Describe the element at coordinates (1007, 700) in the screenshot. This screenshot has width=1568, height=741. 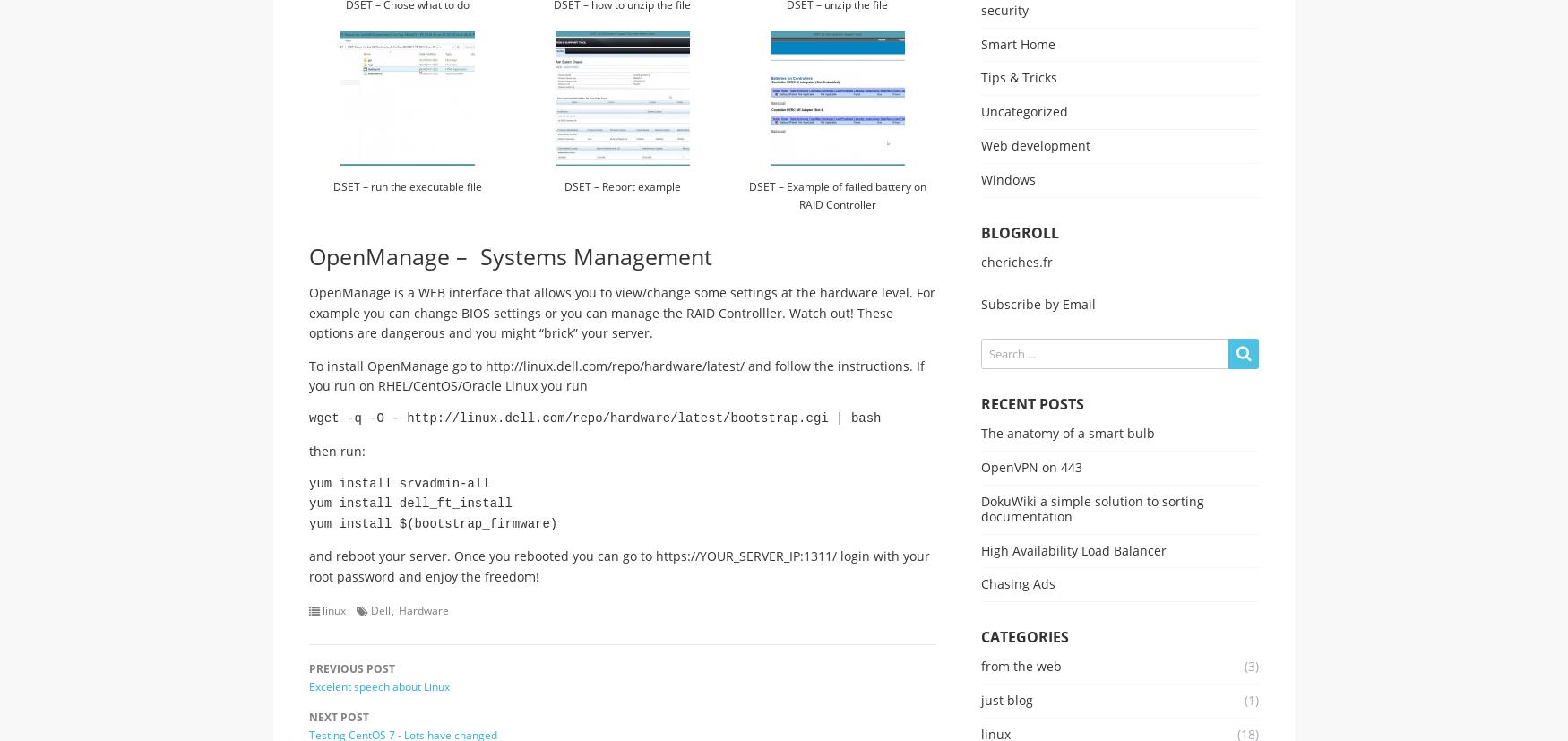
I see `'just blog'` at that location.